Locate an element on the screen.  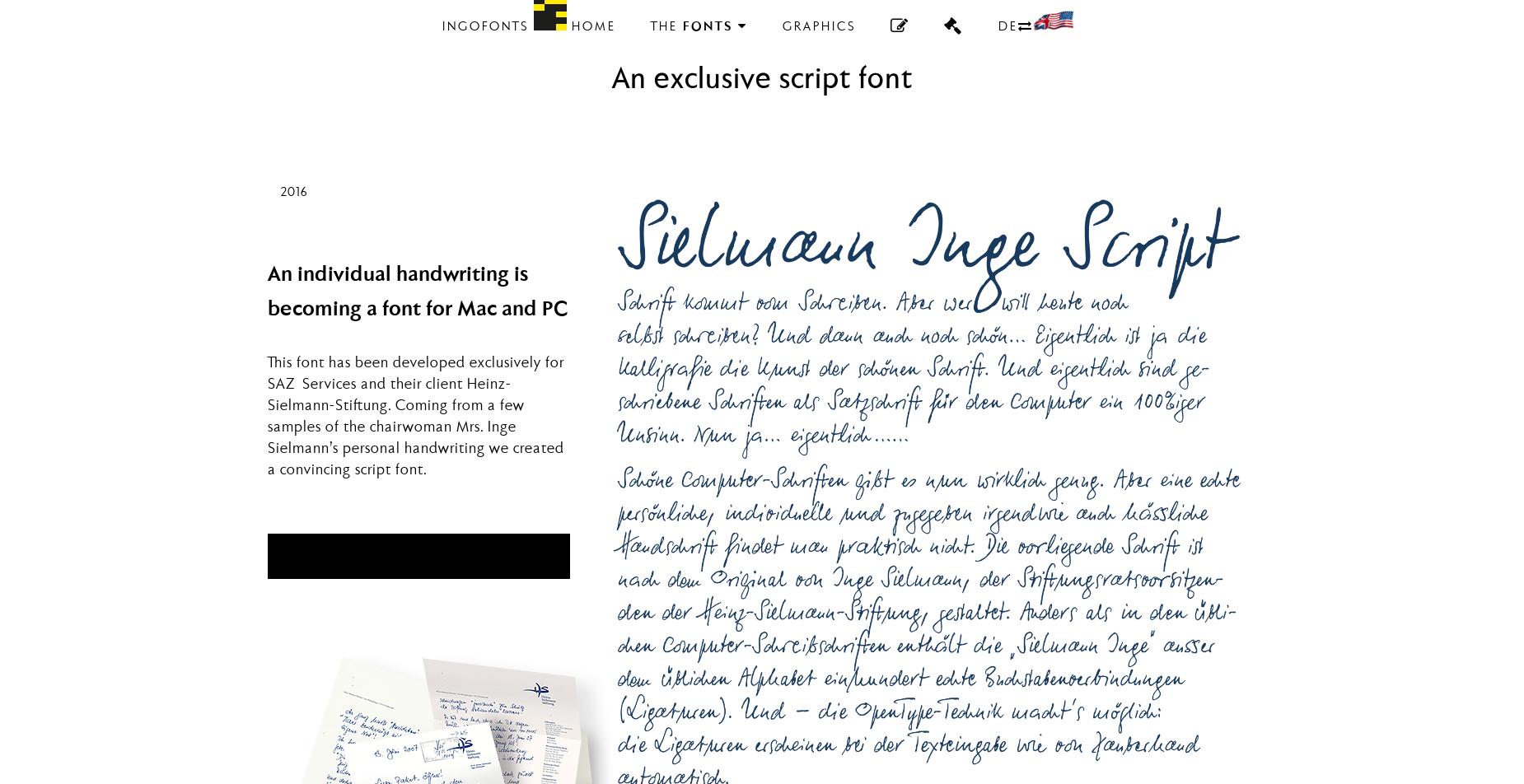
'Fonts' is located at coordinates (682, 27).